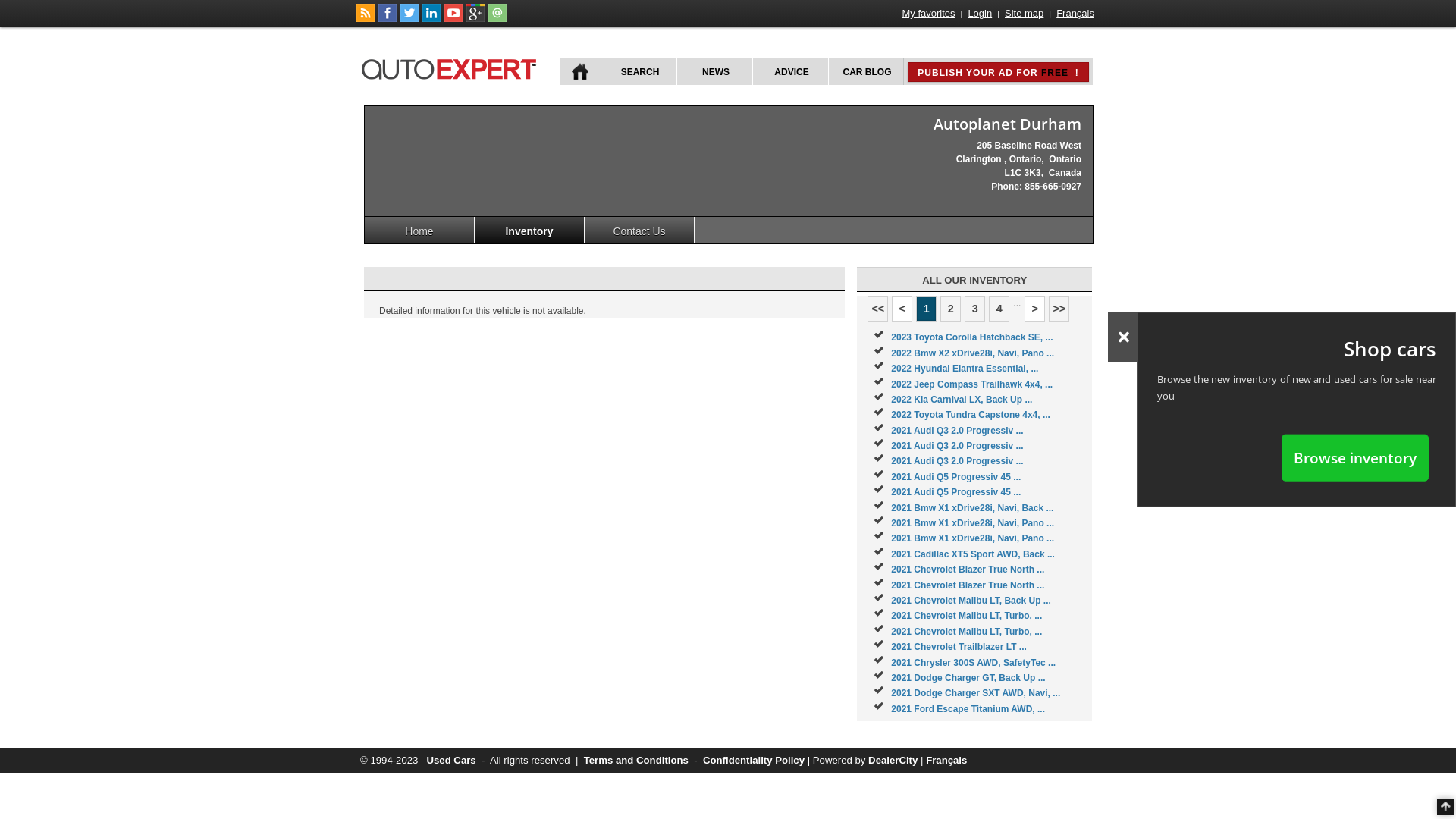 The width and height of the screenshot is (1456, 819). Describe the element at coordinates (960, 399) in the screenshot. I see `'2022 Kia Carnival LX, Back Up ...'` at that location.